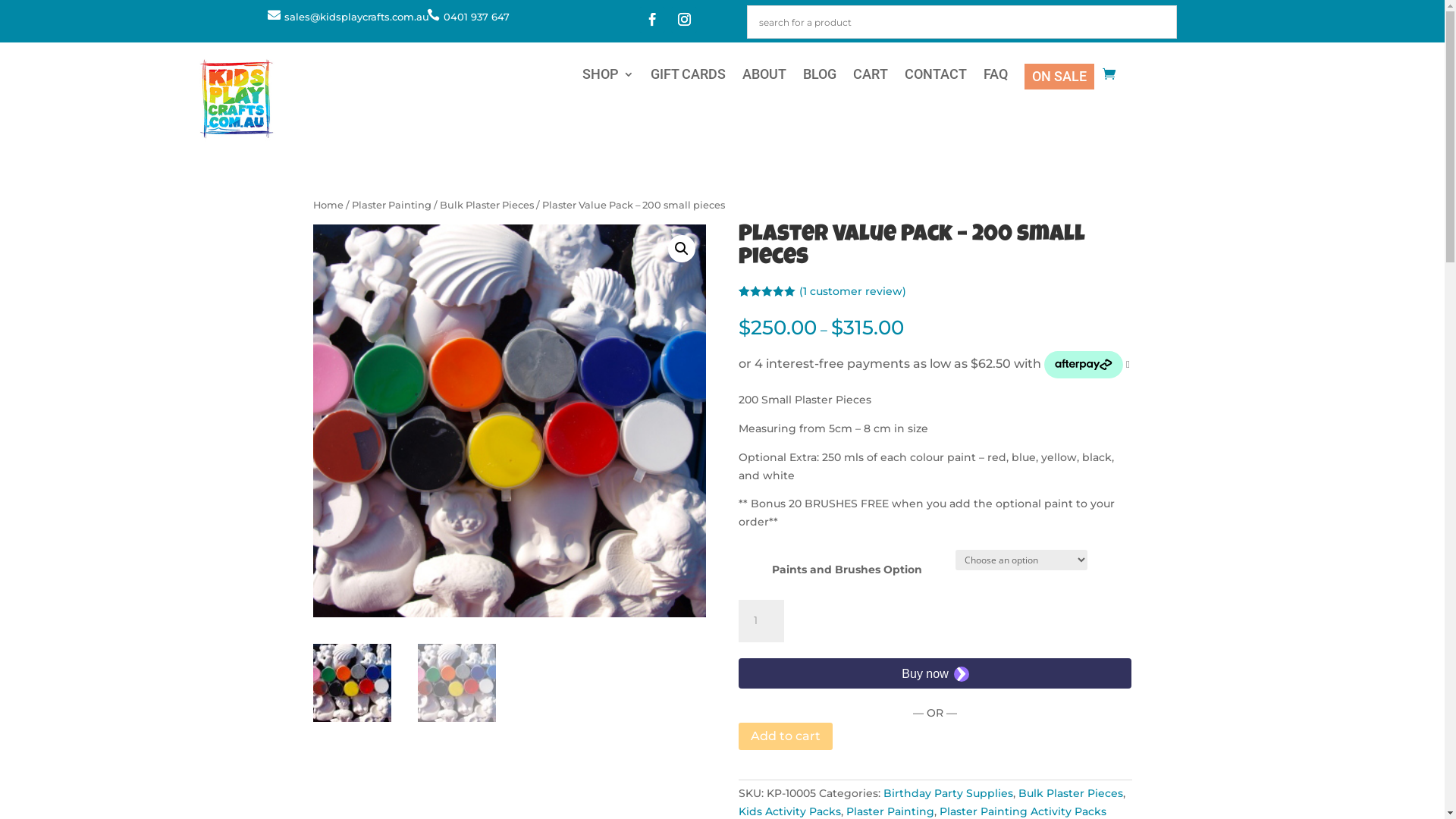  Describe the element at coordinates (1058, 76) in the screenshot. I see `'ON SALE'` at that location.